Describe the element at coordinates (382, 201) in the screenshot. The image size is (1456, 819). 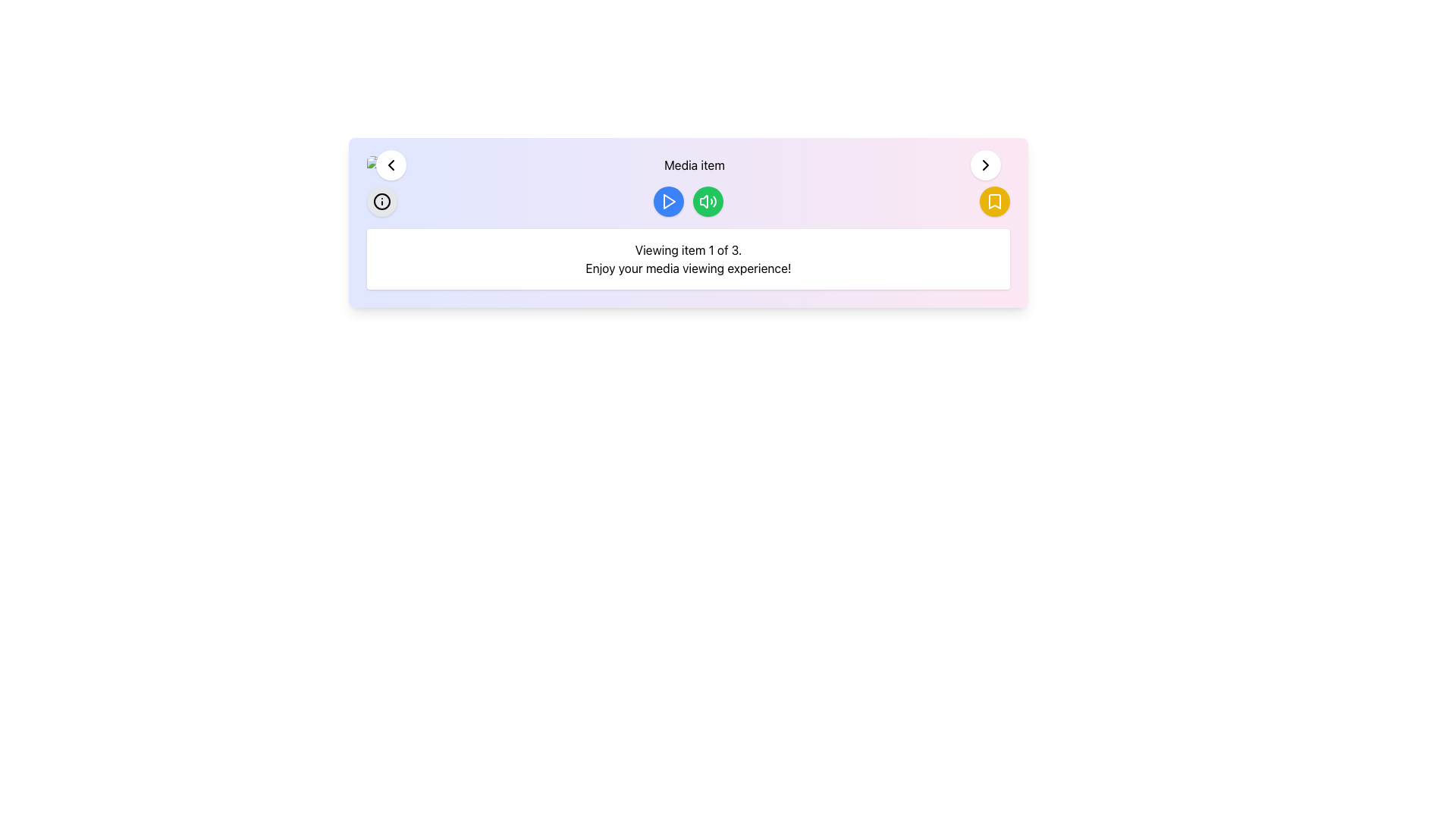
I see `the circular informational button with a light gray background and black outline` at that location.